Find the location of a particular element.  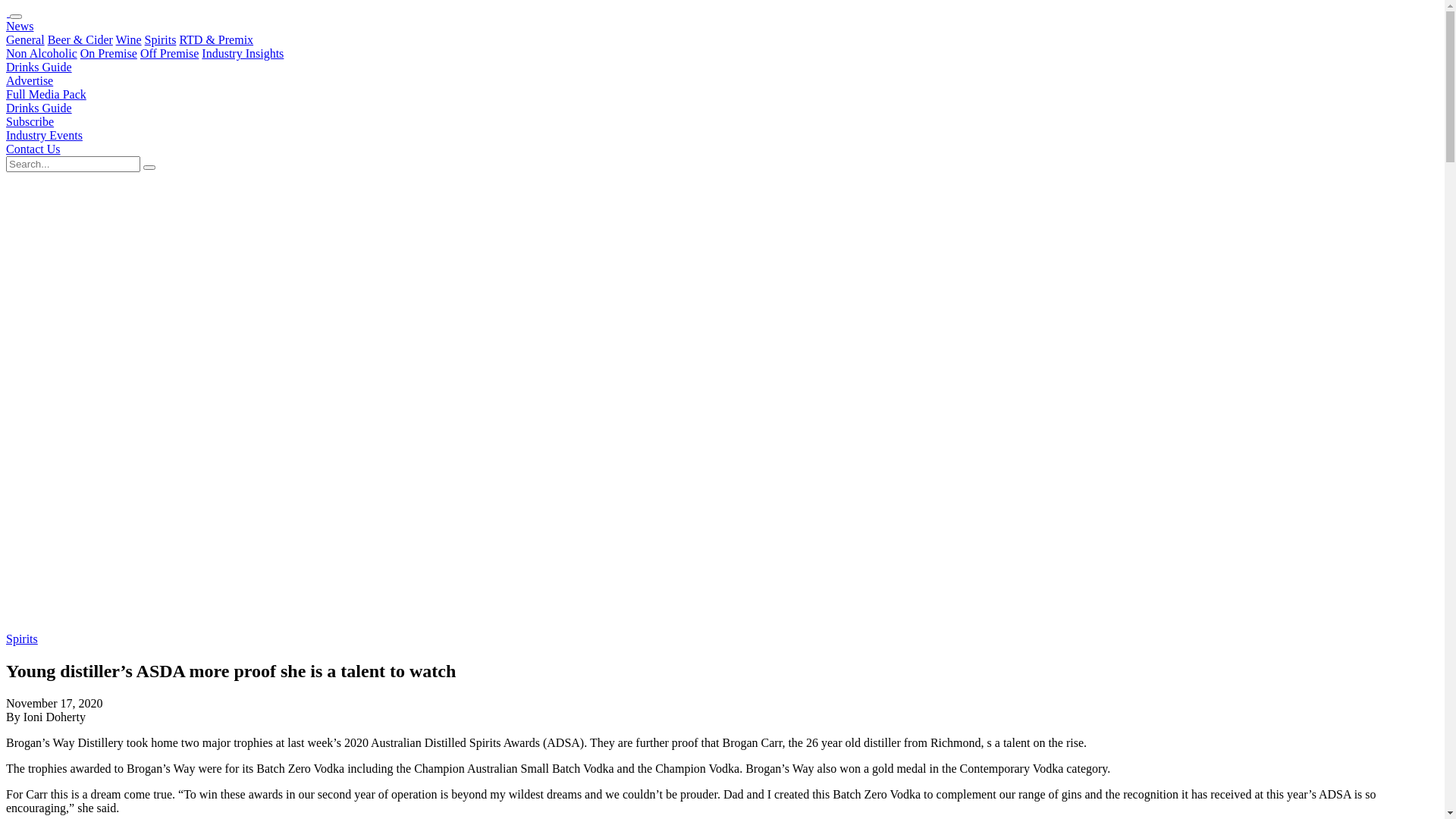

'Subscribe' is located at coordinates (6, 121).